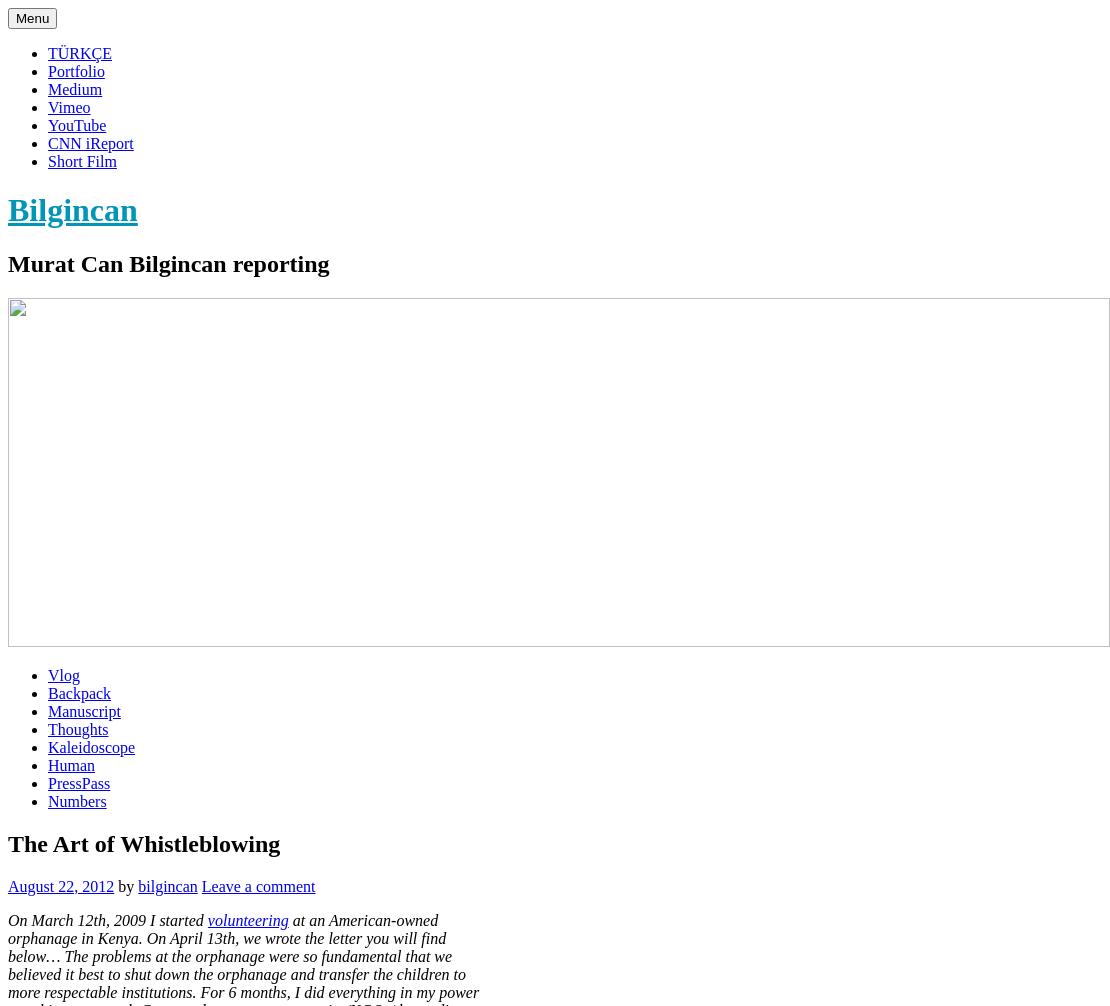 The width and height of the screenshot is (1110, 1006). What do you see at coordinates (143, 842) in the screenshot?
I see `'The Art of Whistleblowing'` at bounding box center [143, 842].